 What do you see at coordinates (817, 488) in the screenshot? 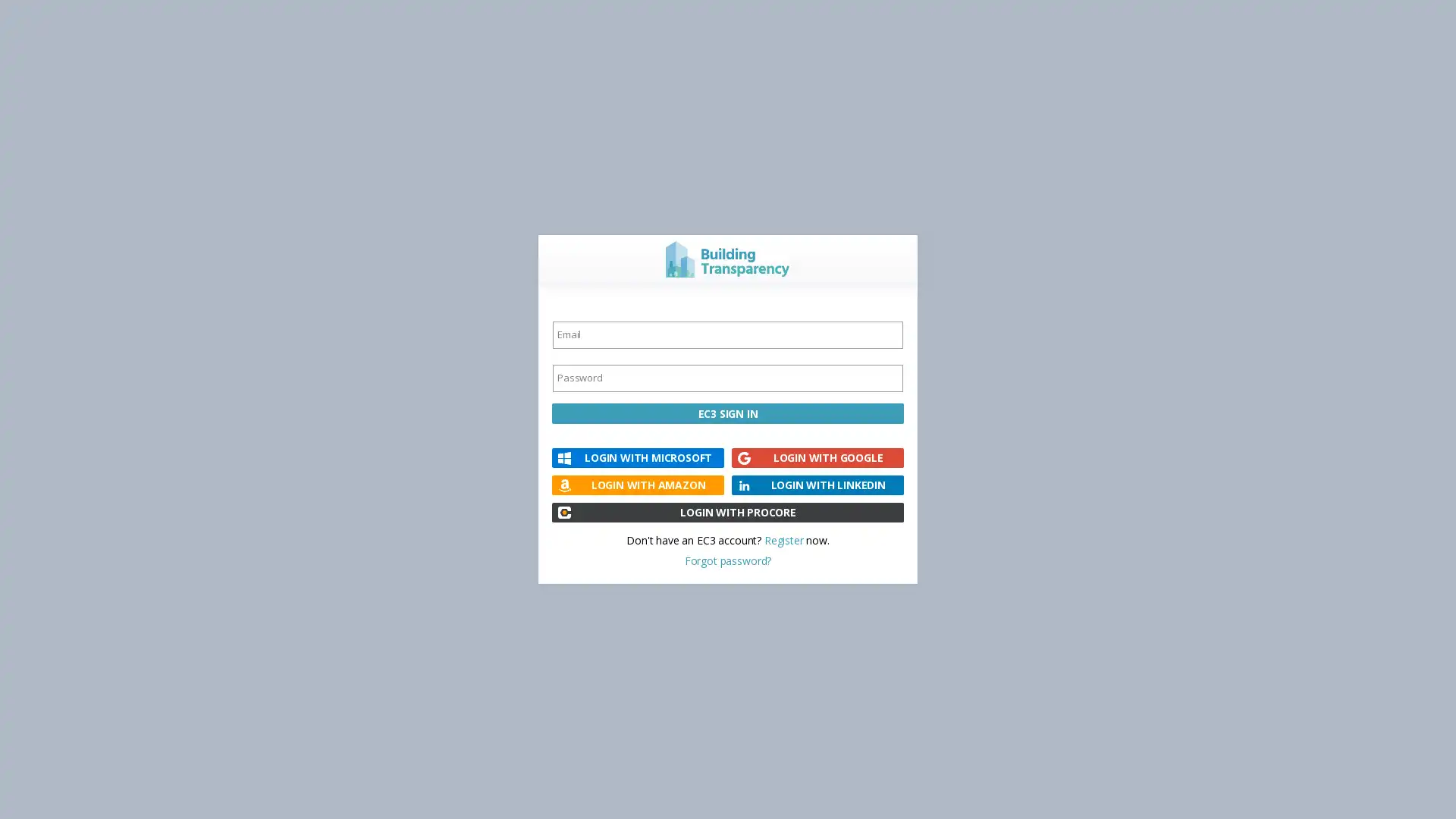
I see `LOGIN WITH LINKEDIN` at bounding box center [817, 488].